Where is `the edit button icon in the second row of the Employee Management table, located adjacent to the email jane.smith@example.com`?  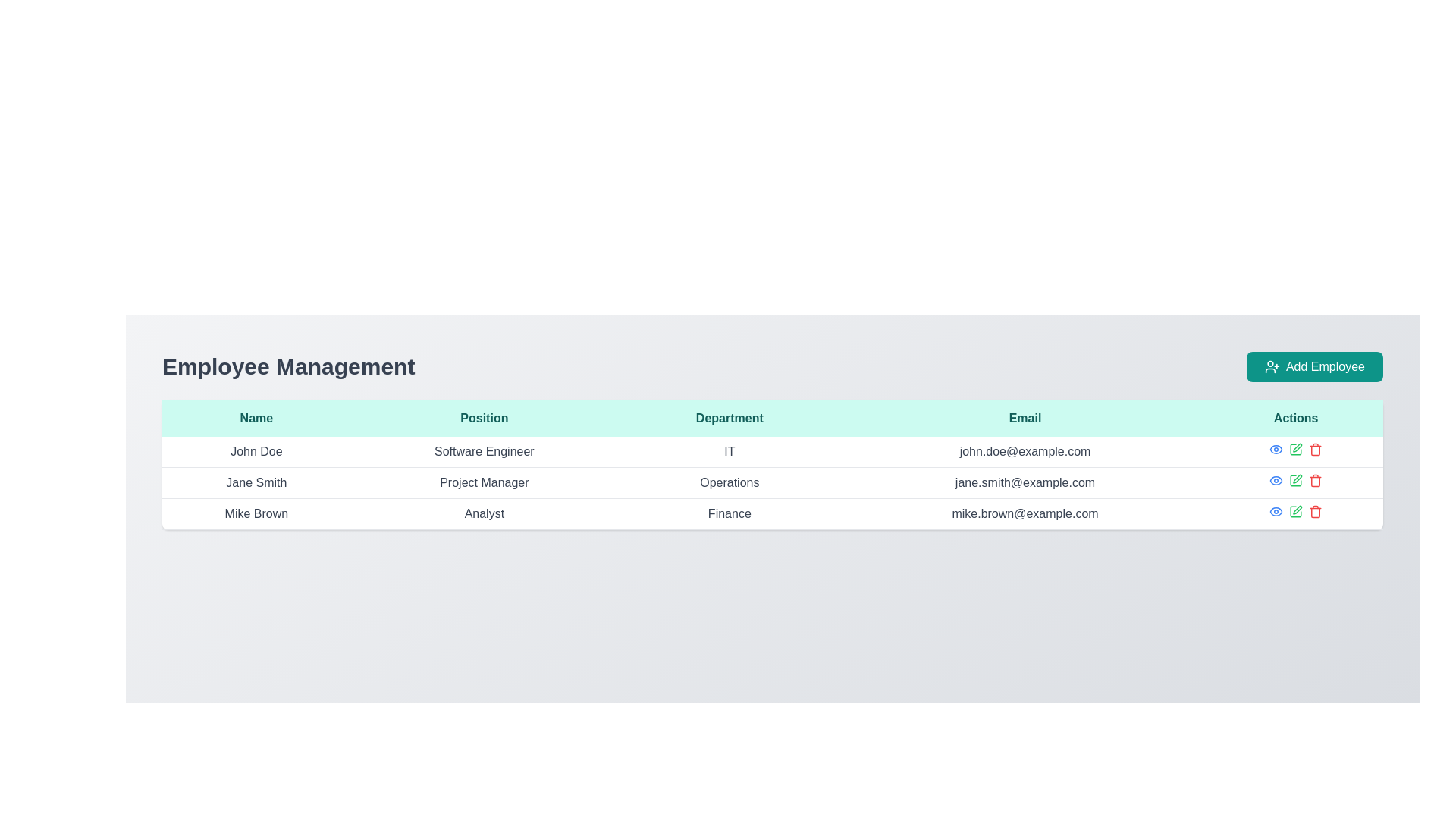
the edit button icon in the second row of the Employee Management table, located adjacent to the email jane.smith@example.com is located at coordinates (1296, 479).